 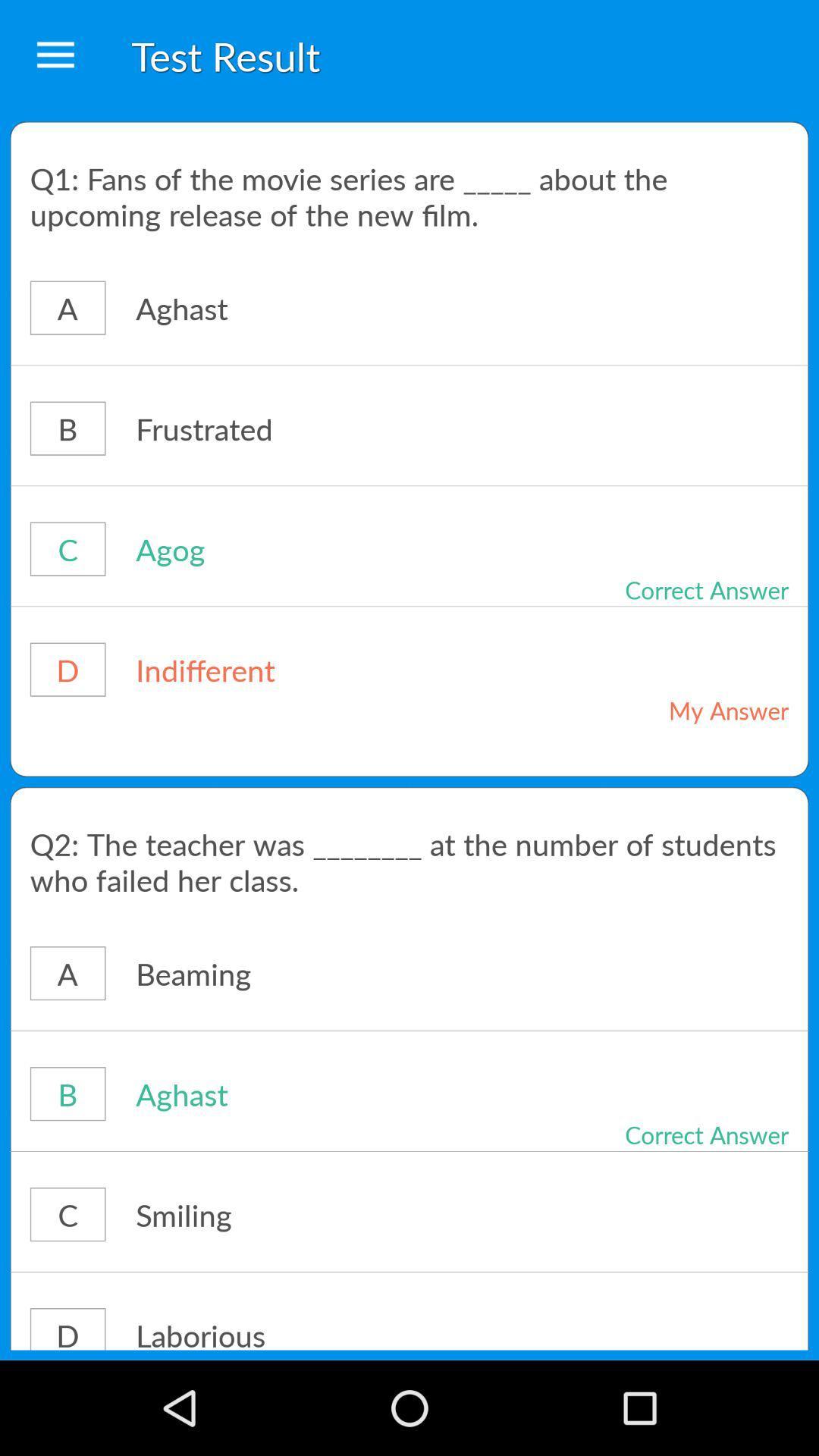 I want to click on the item above a, so click(x=409, y=195).